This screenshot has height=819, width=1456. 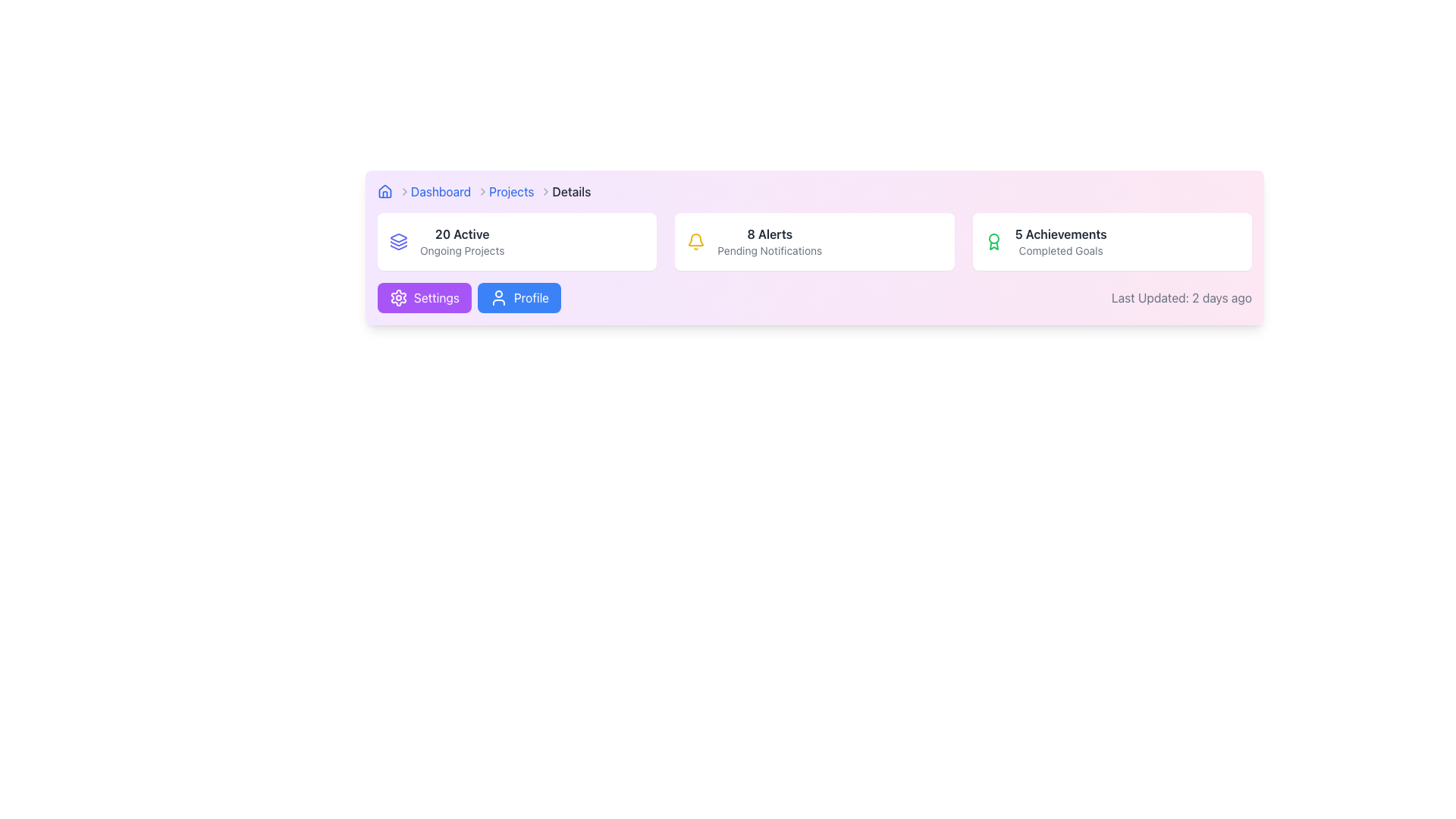 I want to click on the text label that indicates ongoing projects, positioned below '20 Active' in the top-left section of the interface, so click(x=461, y=250).